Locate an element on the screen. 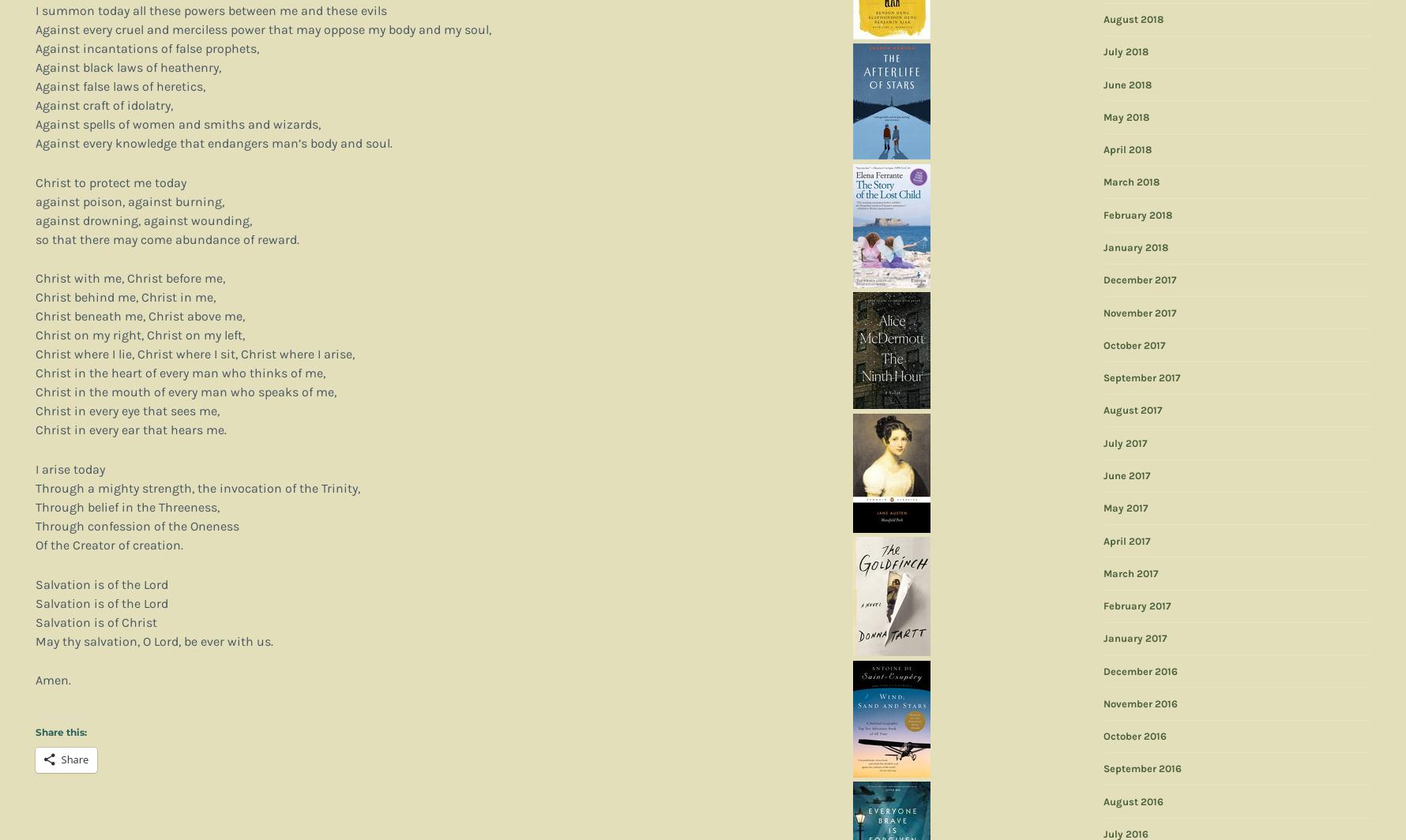  'June 2017' is located at coordinates (1126, 474).